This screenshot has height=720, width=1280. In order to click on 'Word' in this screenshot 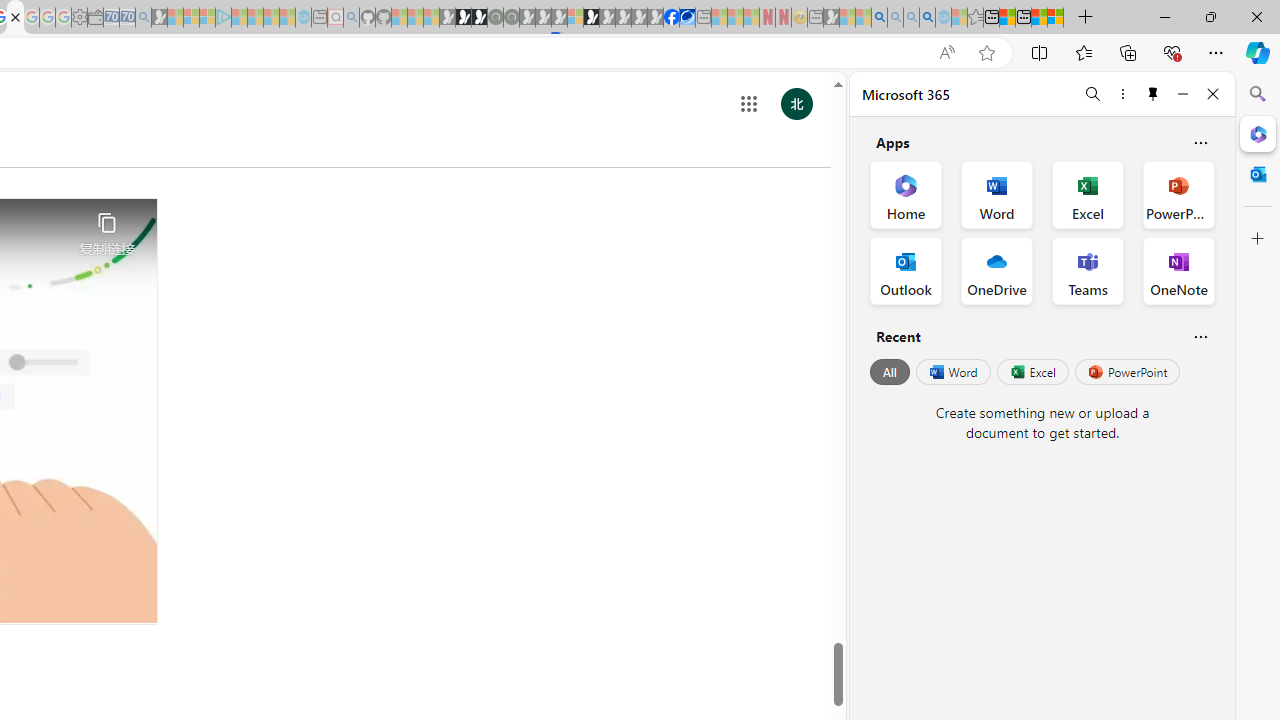, I will do `click(951, 372)`.